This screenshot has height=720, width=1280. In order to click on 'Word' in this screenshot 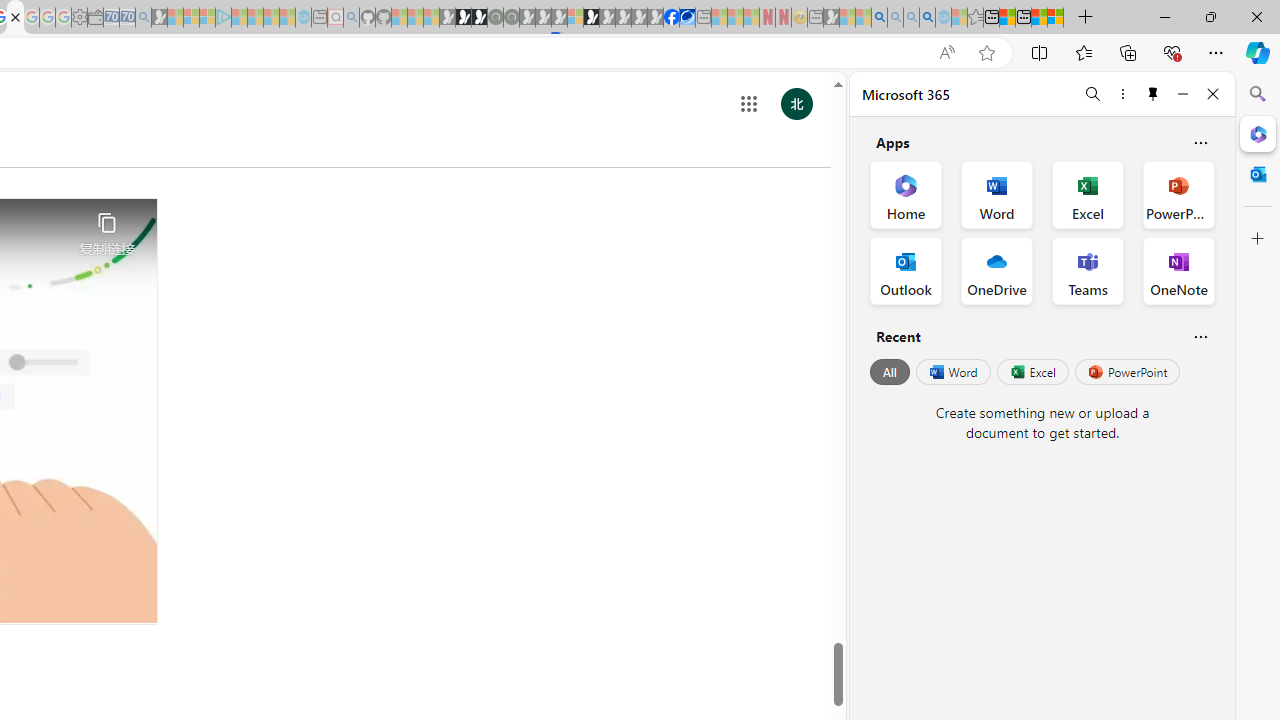, I will do `click(951, 372)`.